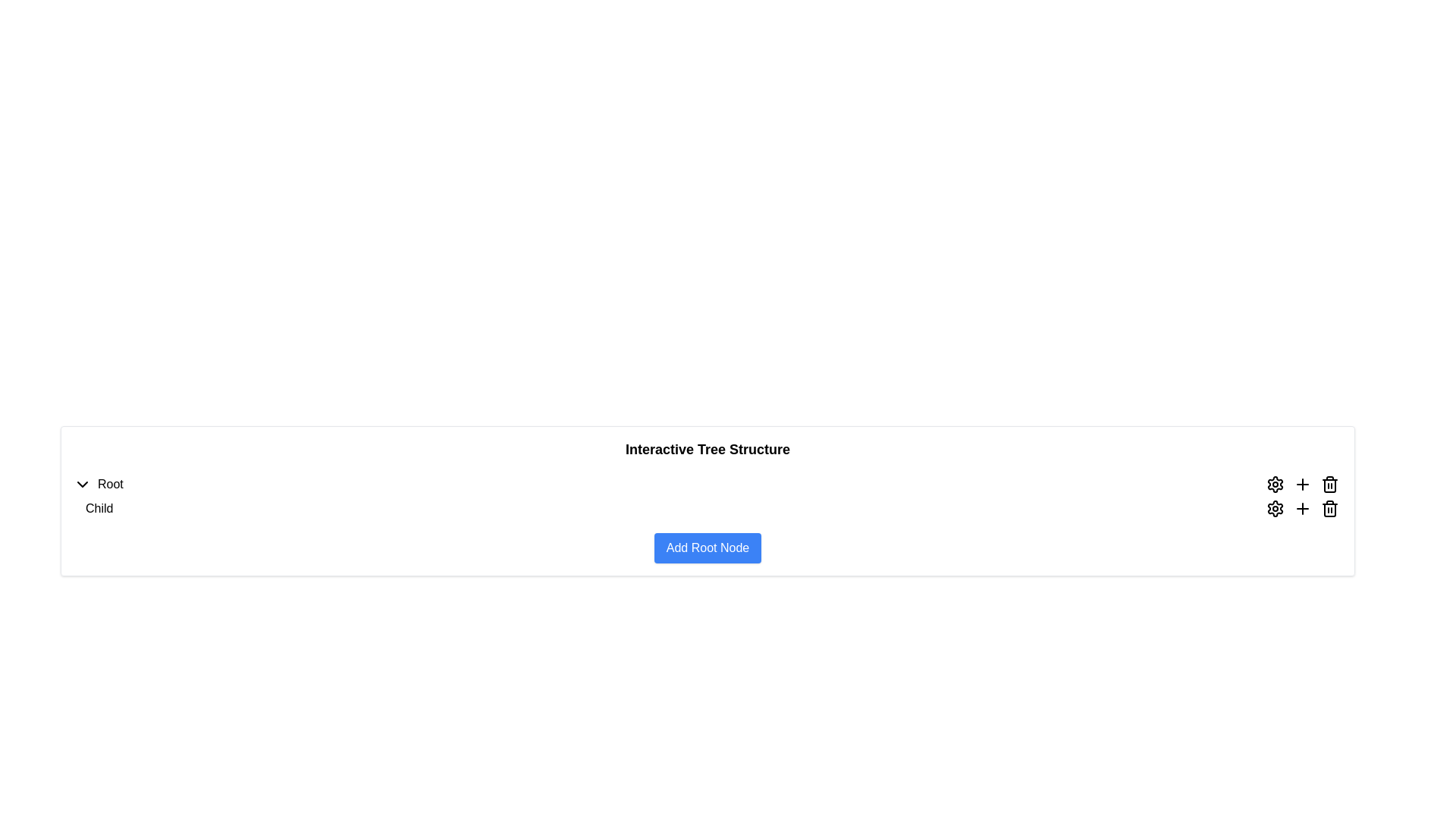  I want to click on the button located at the center of the upper row of buttons in the right-side control group, so click(1302, 485).